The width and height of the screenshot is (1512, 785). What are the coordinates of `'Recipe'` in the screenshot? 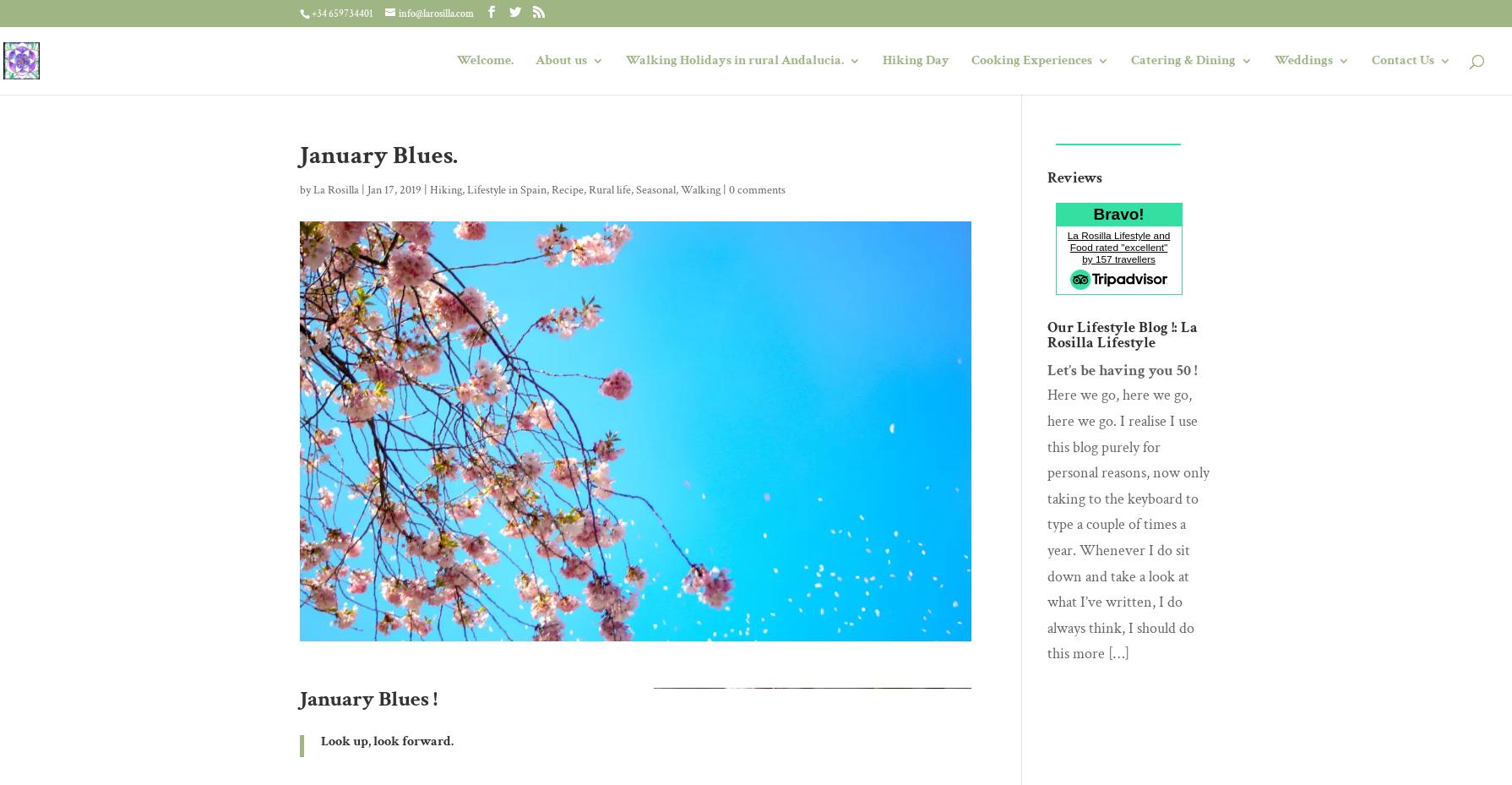 It's located at (550, 189).